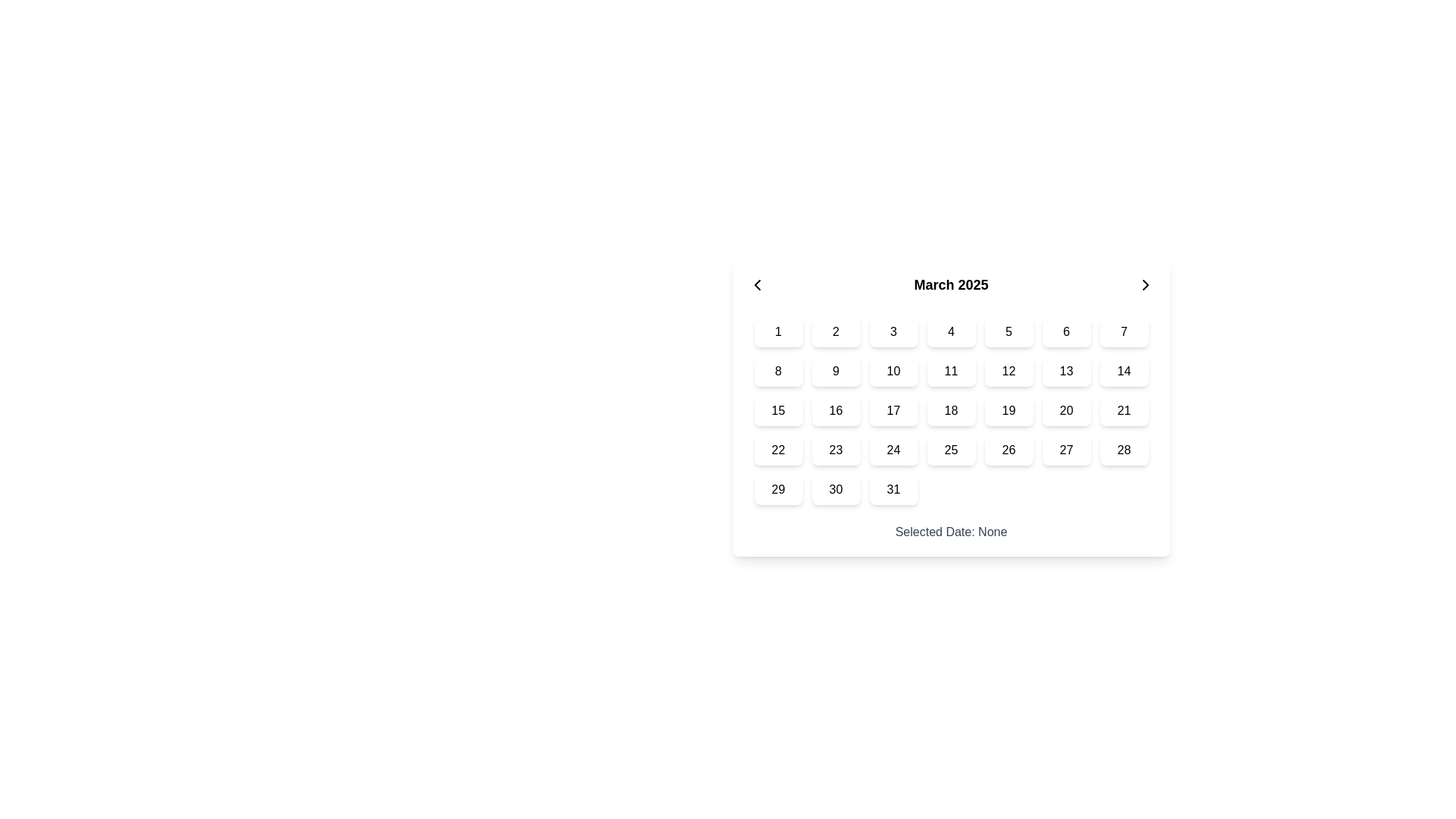  Describe the element at coordinates (1065, 450) in the screenshot. I see `the small rectangular button with rounded corners, displaying the number '27' in bold, located in the last row and sixth column of the monthly calendar grid` at that location.